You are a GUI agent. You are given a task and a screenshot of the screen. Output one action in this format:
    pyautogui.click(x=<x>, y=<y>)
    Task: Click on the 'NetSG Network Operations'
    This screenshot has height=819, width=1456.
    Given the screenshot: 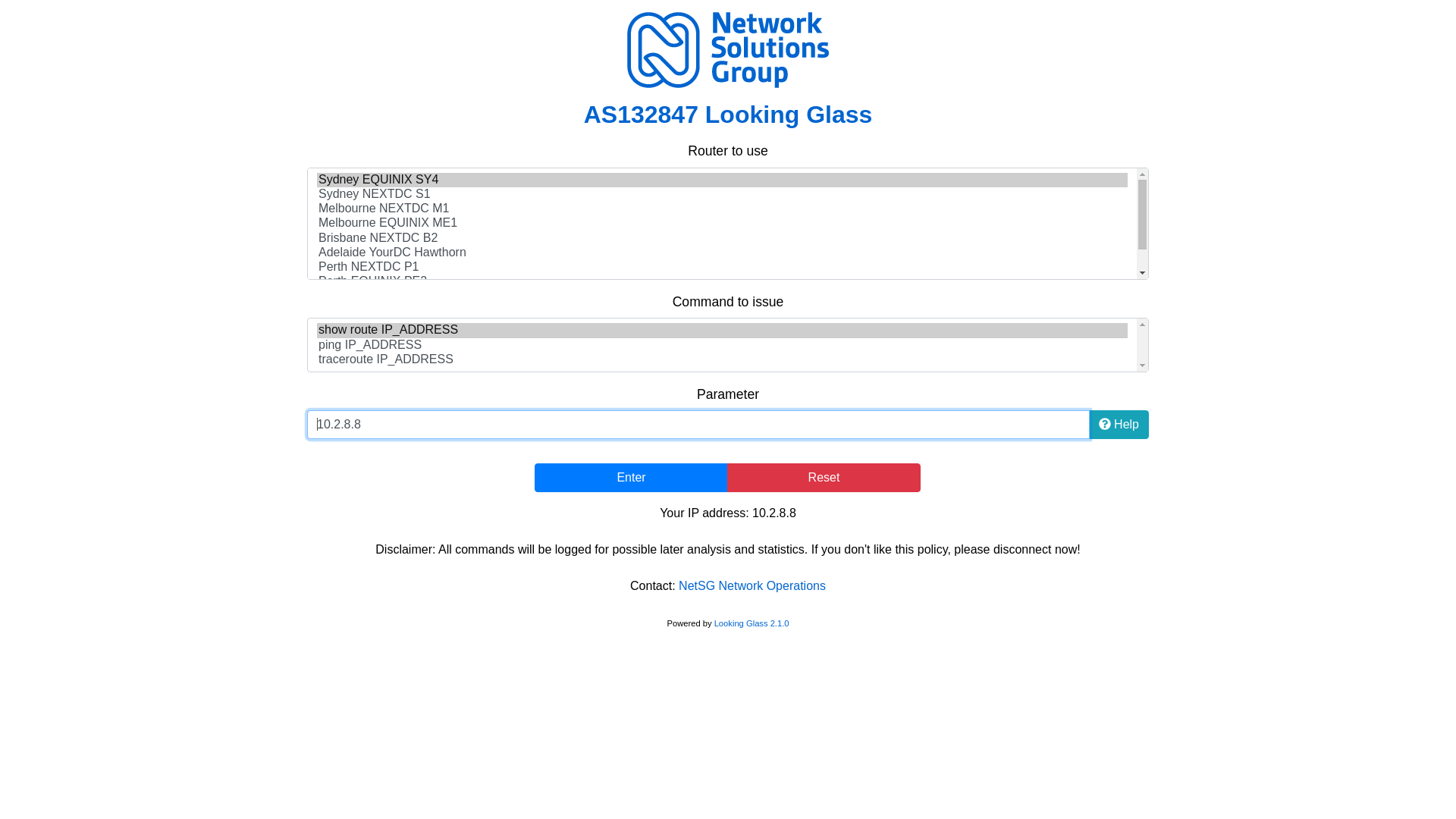 What is the action you would take?
    pyautogui.click(x=752, y=585)
    